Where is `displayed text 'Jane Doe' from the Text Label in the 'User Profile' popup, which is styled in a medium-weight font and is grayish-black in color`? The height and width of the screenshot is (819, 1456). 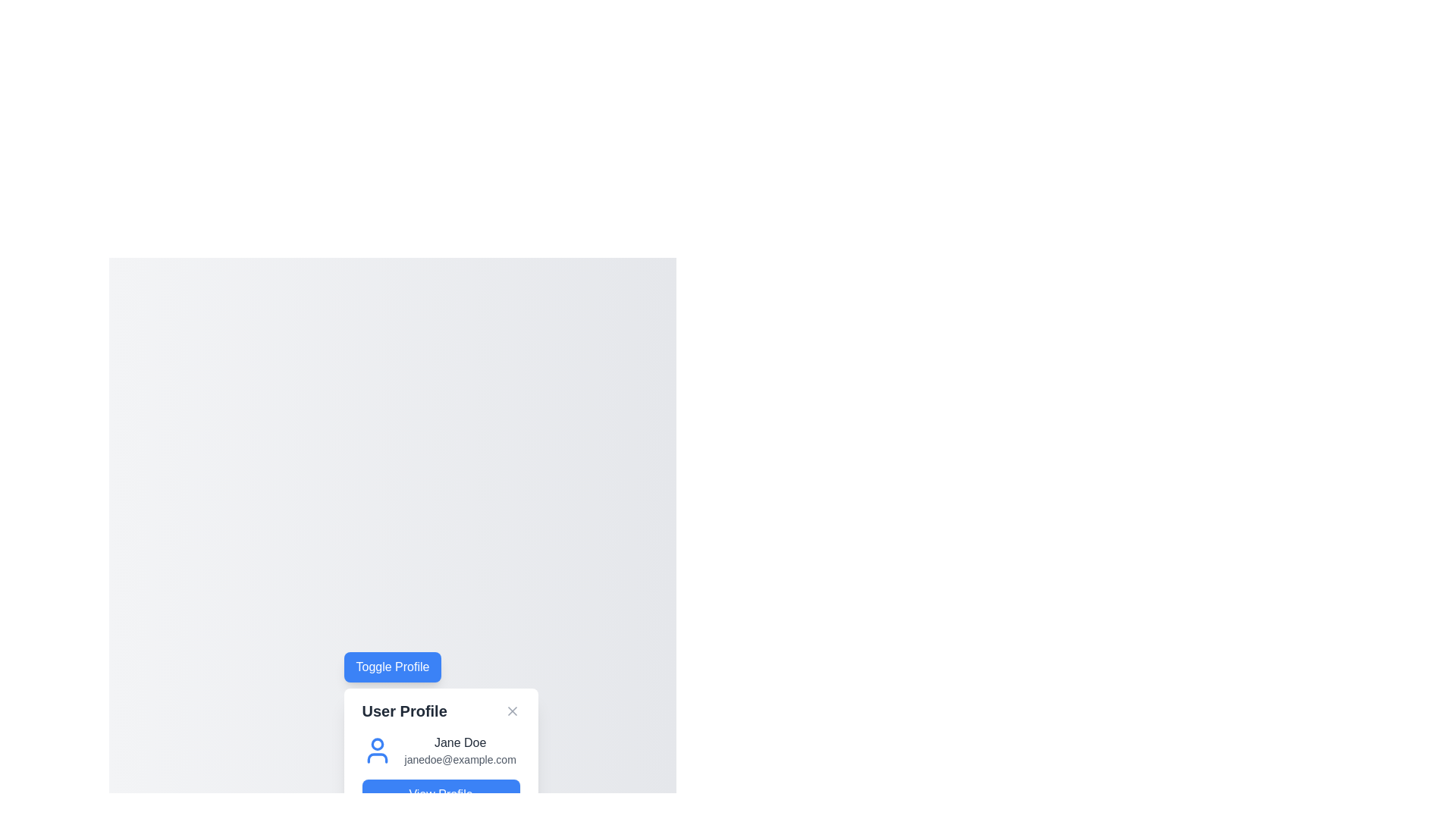
displayed text 'Jane Doe' from the Text Label in the 'User Profile' popup, which is styled in a medium-weight font and is grayish-black in color is located at coordinates (460, 742).